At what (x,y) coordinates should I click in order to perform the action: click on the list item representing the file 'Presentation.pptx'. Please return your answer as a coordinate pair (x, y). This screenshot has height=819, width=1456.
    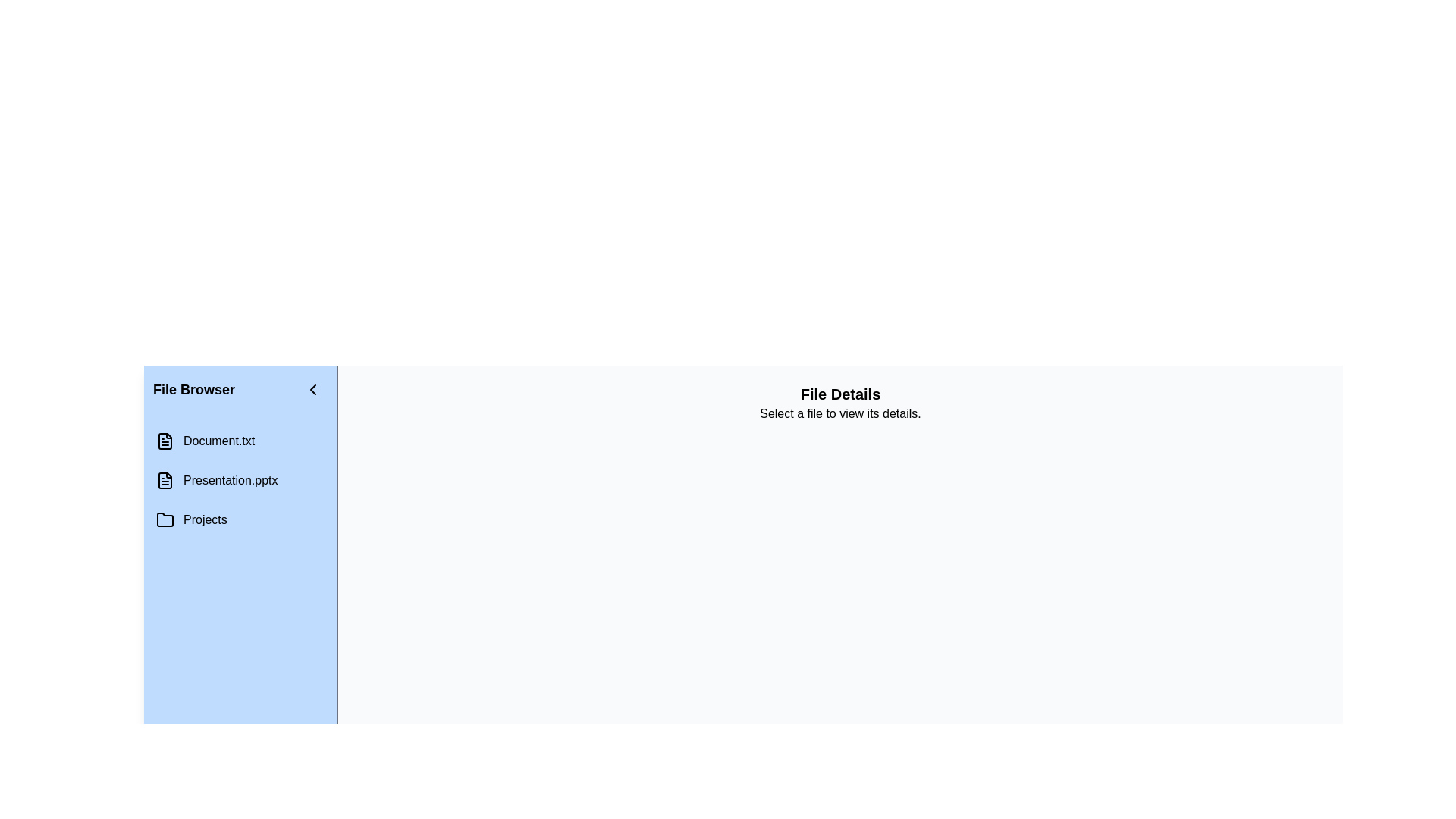
    Looking at the image, I should click on (240, 480).